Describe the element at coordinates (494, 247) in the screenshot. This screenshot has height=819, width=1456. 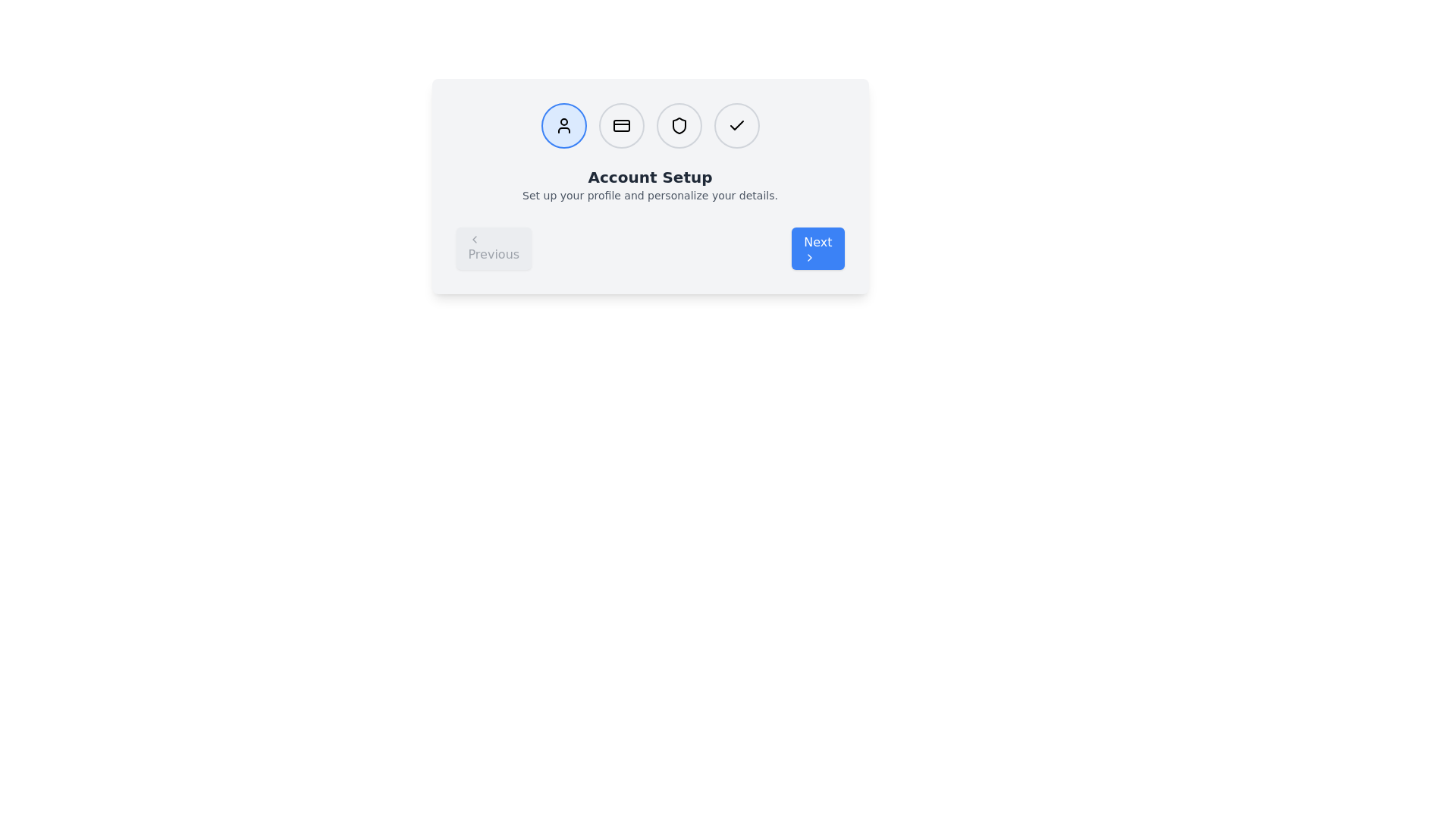
I see `the 'Previous' button, which is a rectangular button with rounded corners, gray background, and gray text, located at the bottom left of a card-like component` at that location.